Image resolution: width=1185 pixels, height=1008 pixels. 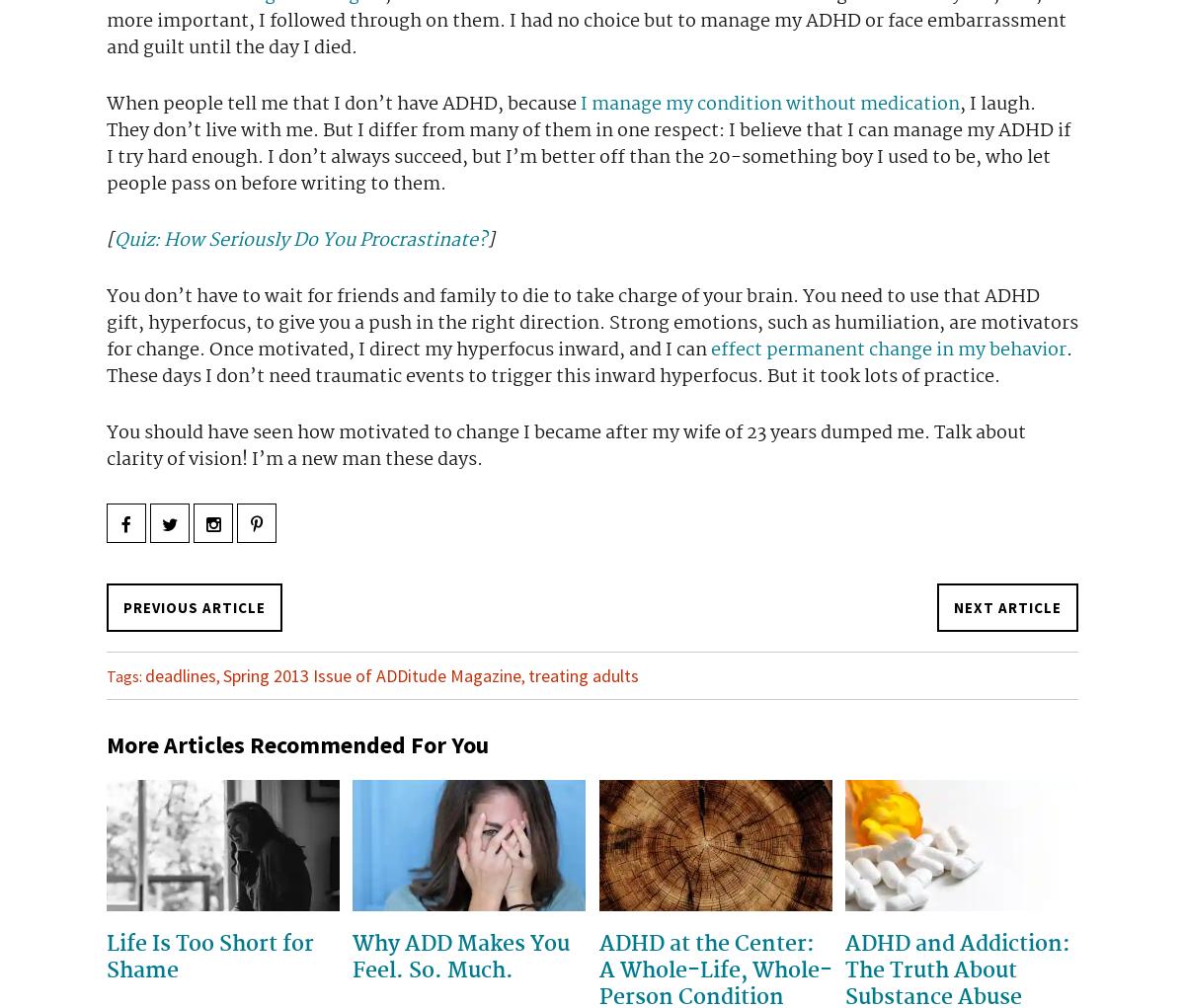 What do you see at coordinates (344, 102) in the screenshot?
I see `'When people tell me that I don’t have ADHD, because'` at bounding box center [344, 102].